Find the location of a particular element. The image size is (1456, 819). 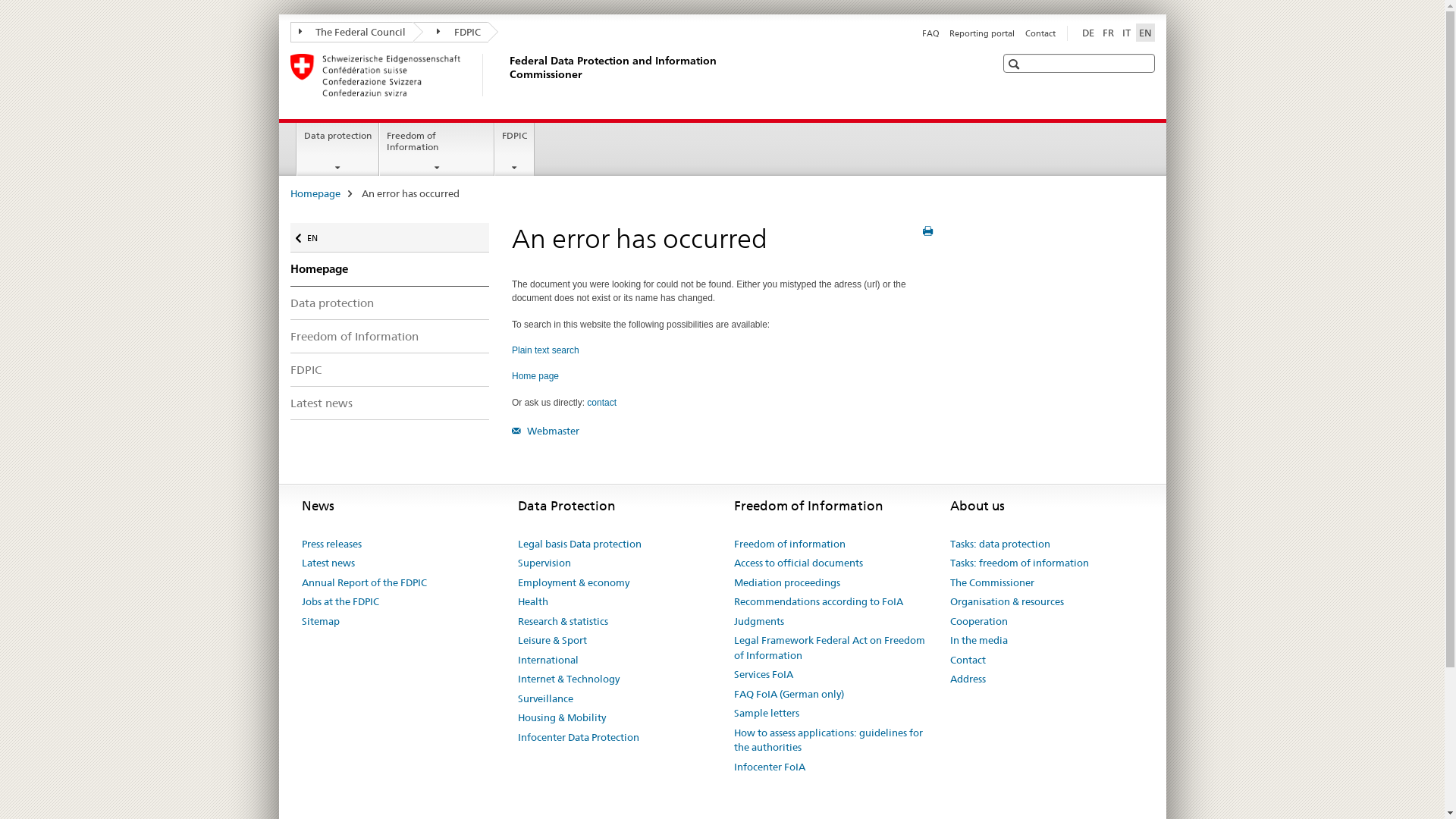

'Health' is located at coordinates (532, 601).